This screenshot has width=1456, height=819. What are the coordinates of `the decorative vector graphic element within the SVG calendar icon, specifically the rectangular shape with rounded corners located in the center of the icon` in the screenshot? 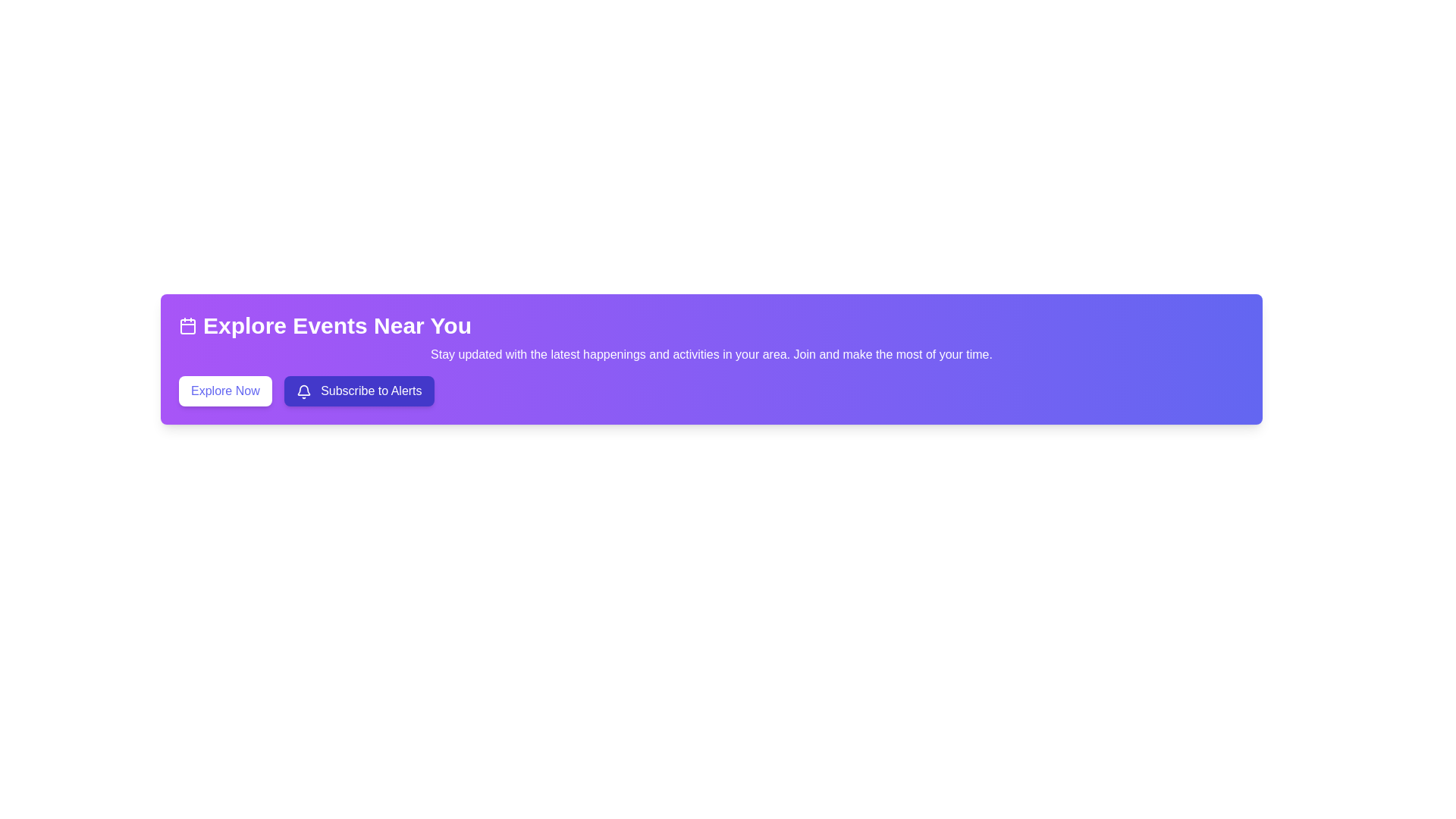 It's located at (187, 326).